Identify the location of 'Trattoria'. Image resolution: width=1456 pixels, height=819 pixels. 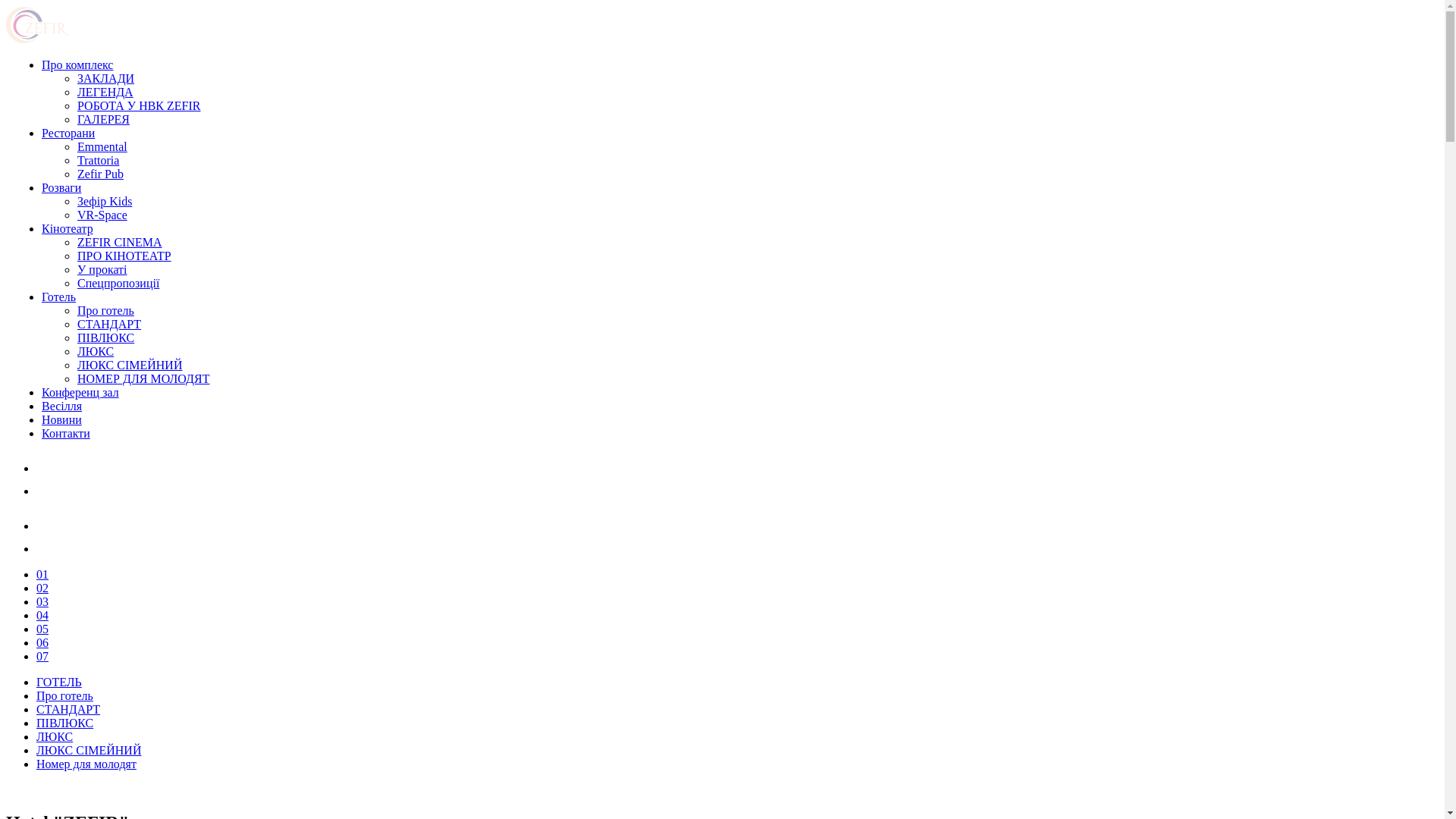
(97, 160).